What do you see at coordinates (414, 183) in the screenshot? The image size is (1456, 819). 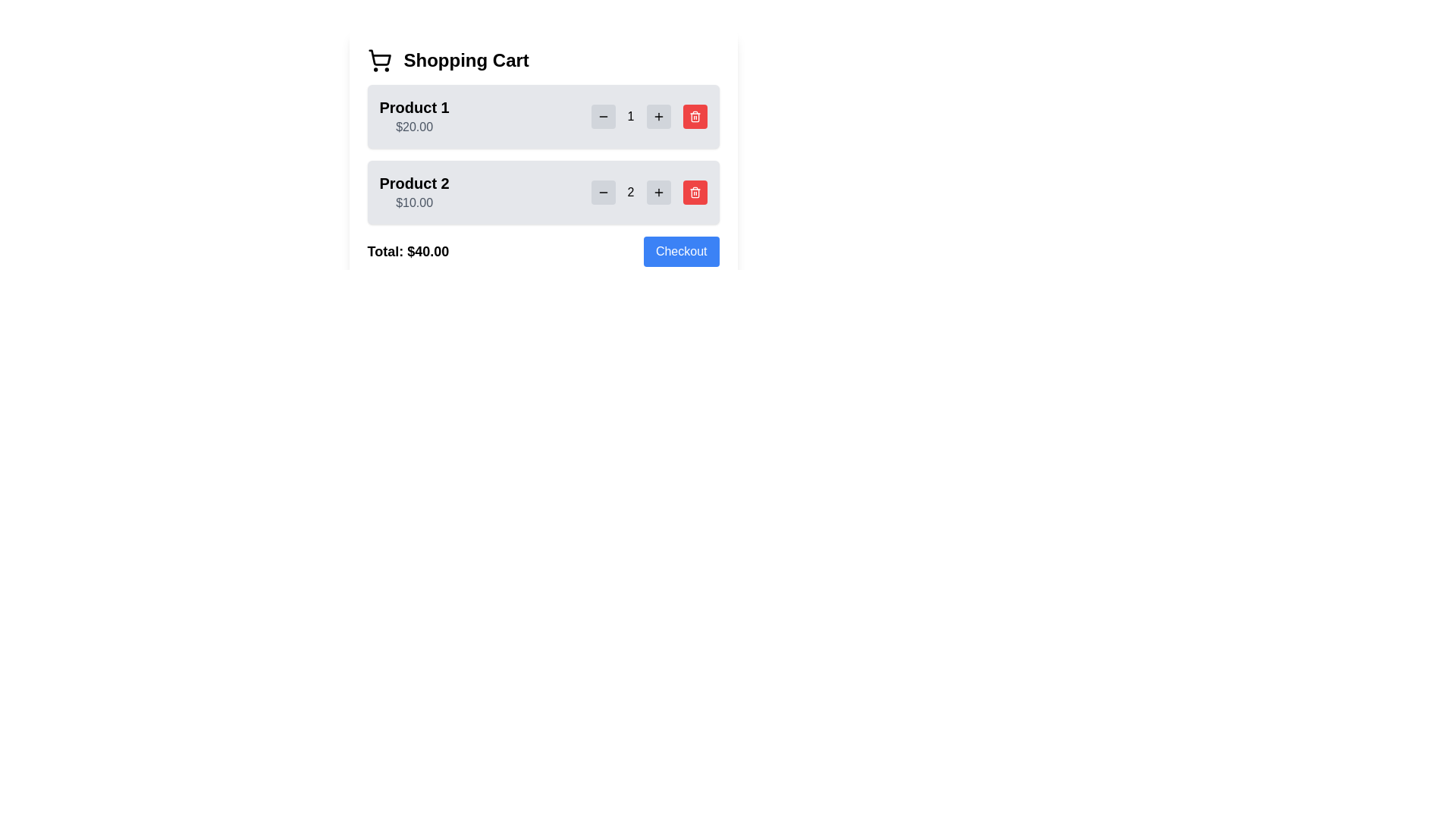 I see `the text label for the second product in the shopping cart` at bounding box center [414, 183].